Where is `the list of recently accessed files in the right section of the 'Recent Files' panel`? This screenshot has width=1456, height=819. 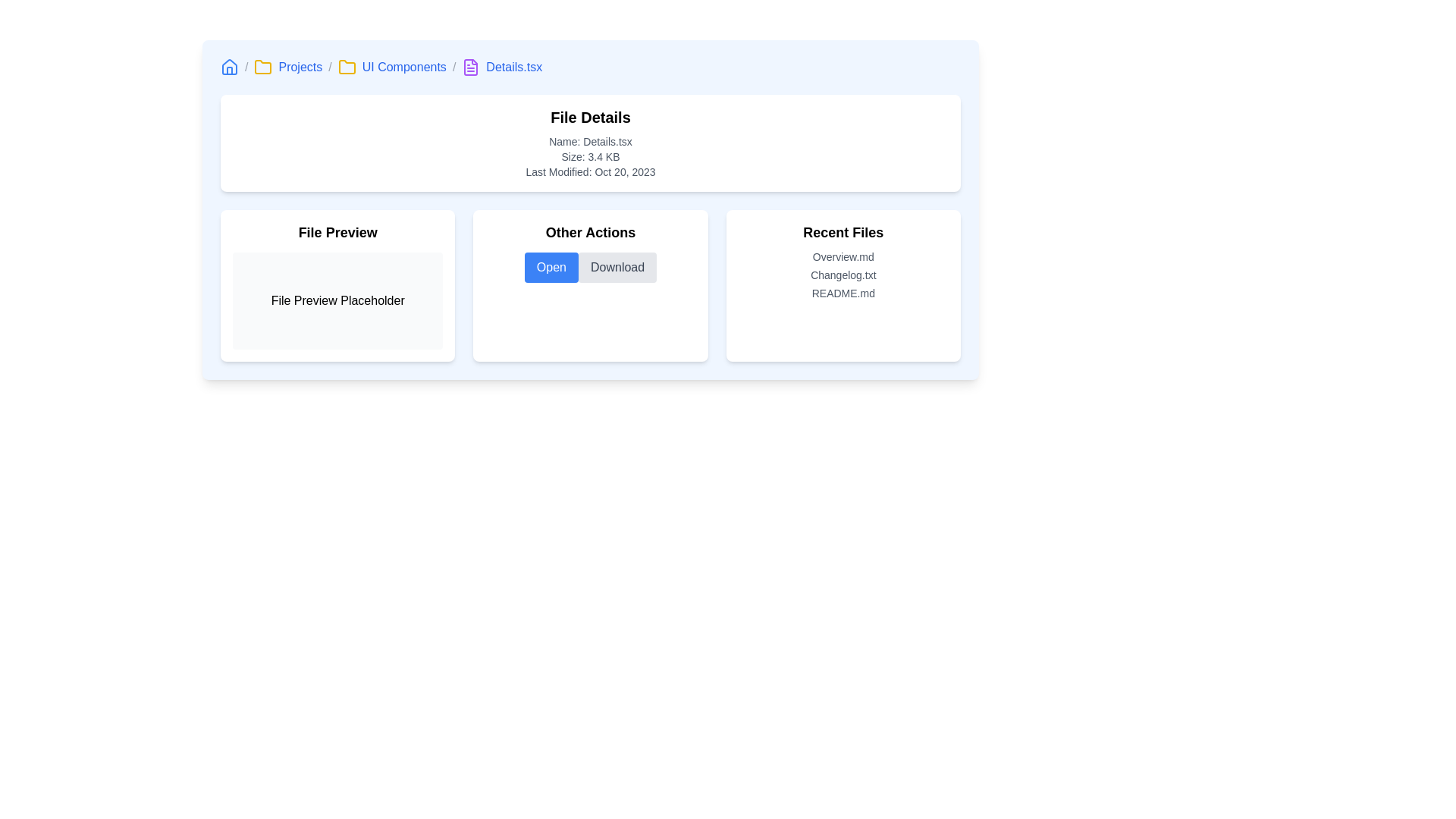
the list of recently accessed files in the right section of the 'Recent Files' panel is located at coordinates (843, 275).